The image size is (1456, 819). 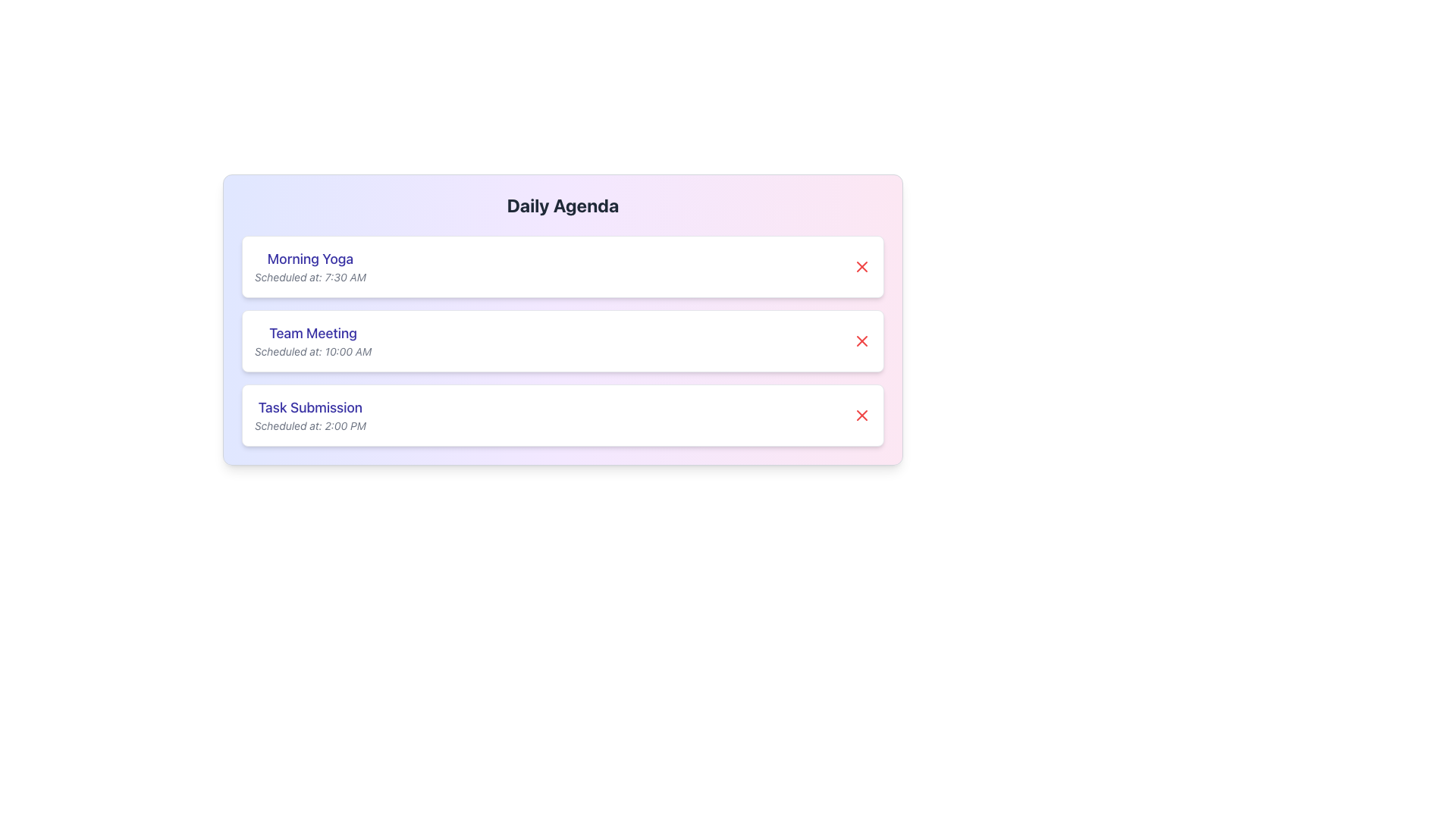 What do you see at coordinates (309, 406) in the screenshot?
I see `the text label indicating the agenda item's name or topic, located at the top of the third card in the list of agenda items` at bounding box center [309, 406].